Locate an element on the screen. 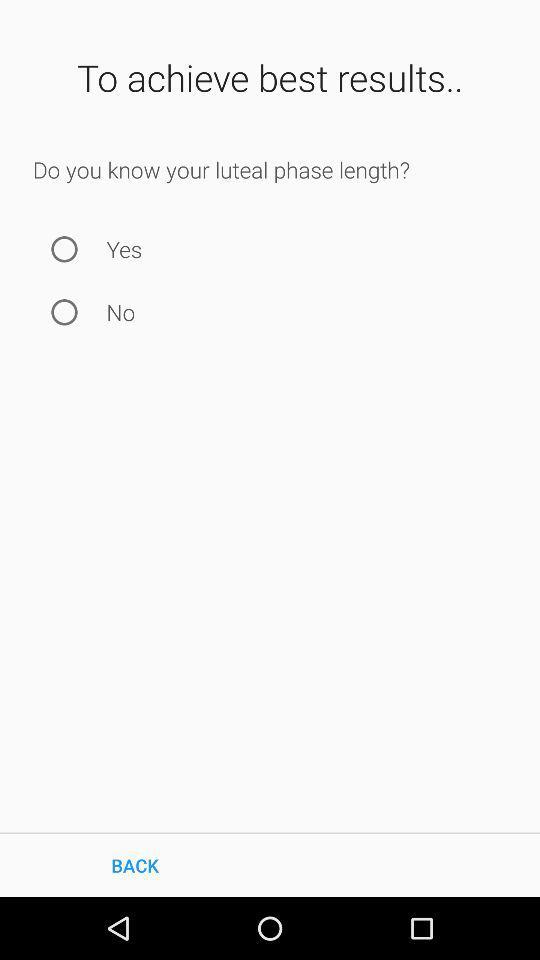  no is located at coordinates (64, 312).